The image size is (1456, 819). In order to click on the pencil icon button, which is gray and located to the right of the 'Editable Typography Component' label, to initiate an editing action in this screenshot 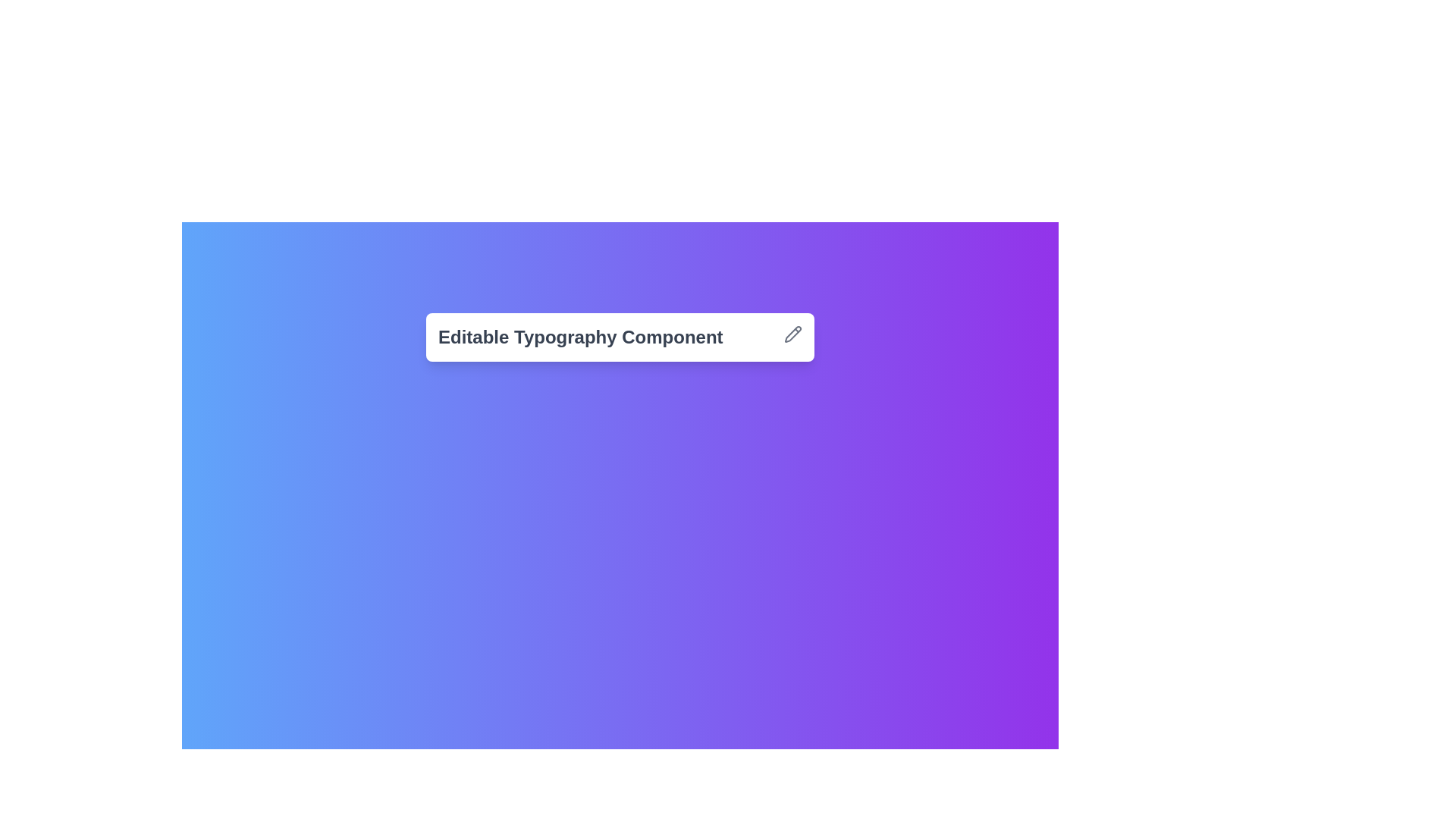, I will do `click(792, 333)`.